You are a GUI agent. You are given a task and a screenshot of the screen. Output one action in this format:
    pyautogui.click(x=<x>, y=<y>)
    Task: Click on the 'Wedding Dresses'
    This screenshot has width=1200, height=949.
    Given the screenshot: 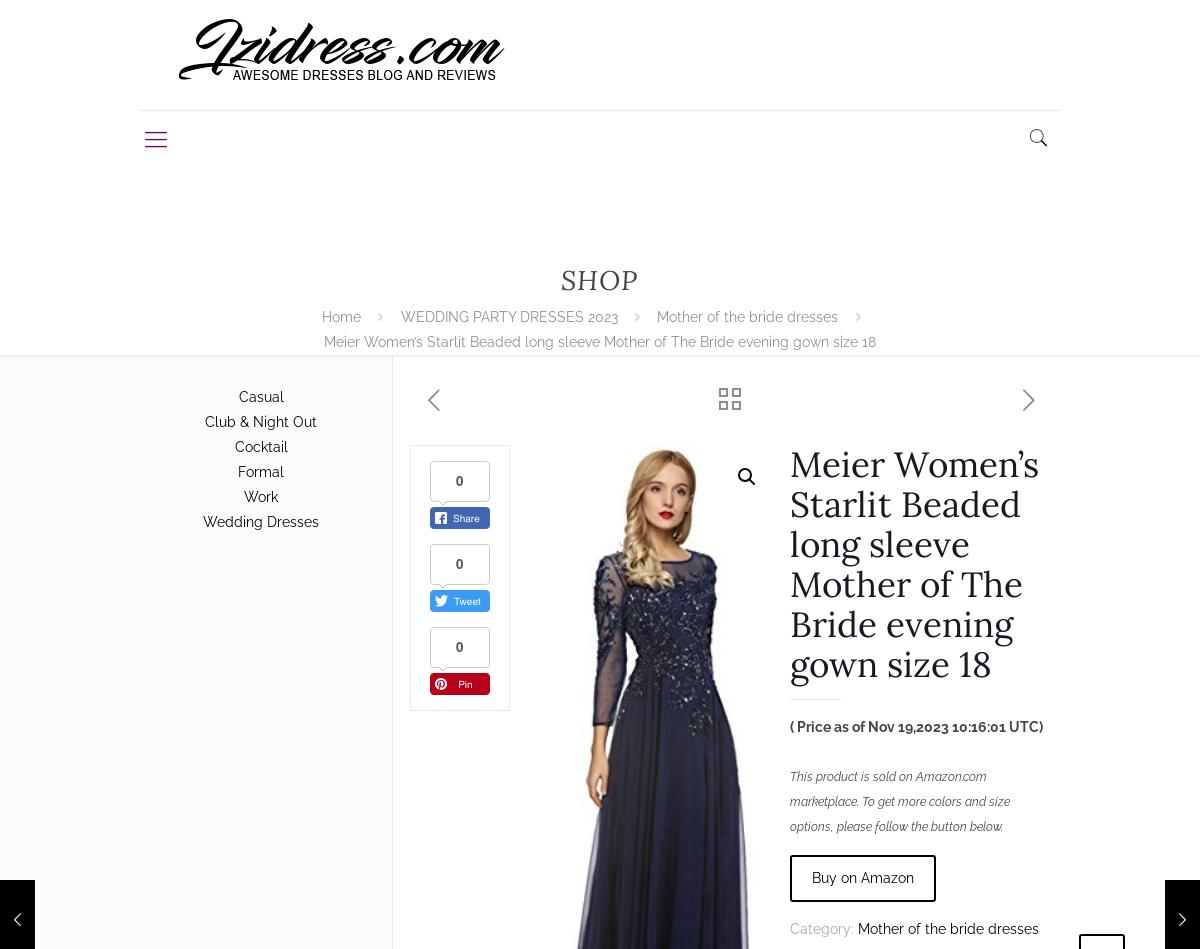 What is the action you would take?
    pyautogui.click(x=260, y=521)
    